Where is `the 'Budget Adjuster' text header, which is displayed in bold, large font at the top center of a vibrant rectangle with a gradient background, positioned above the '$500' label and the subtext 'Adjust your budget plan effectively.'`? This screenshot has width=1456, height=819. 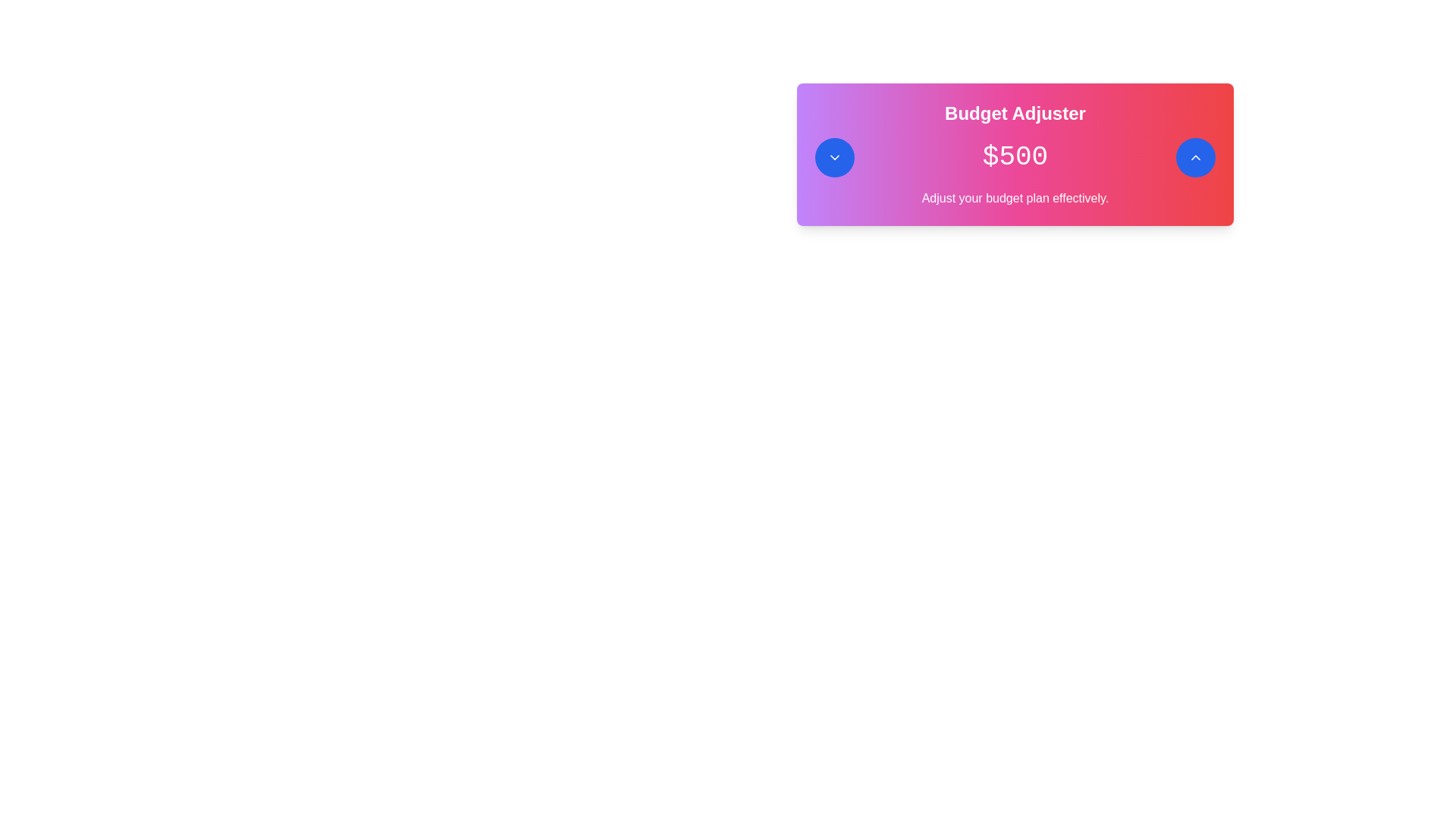
the 'Budget Adjuster' text header, which is displayed in bold, large font at the top center of a vibrant rectangle with a gradient background, positioned above the '$500' label and the subtext 'Adjust your budget plan effectively.' is located at coordinates (1015, 113).